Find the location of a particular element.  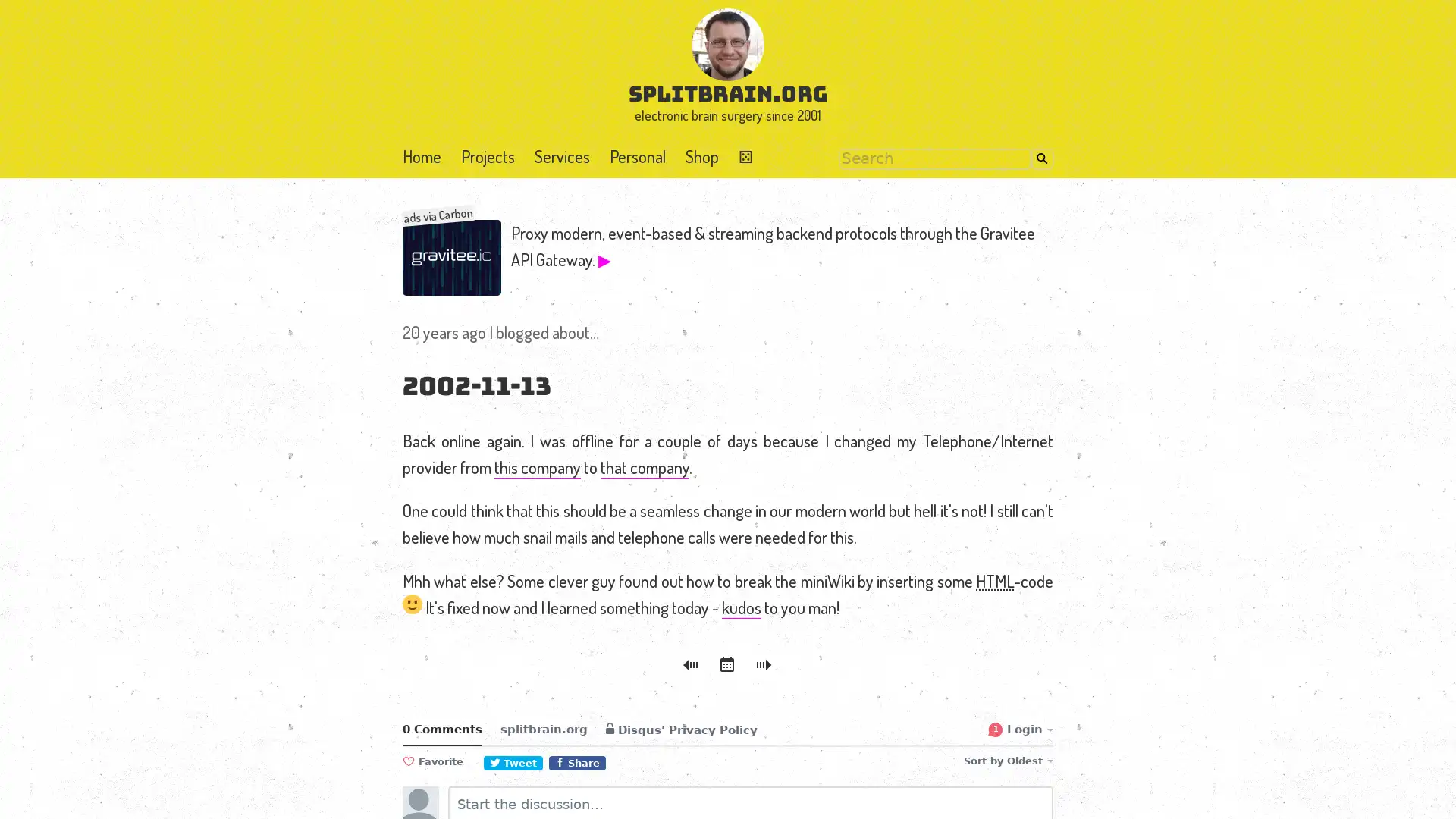

Search is located at coordinates (1041, 158).